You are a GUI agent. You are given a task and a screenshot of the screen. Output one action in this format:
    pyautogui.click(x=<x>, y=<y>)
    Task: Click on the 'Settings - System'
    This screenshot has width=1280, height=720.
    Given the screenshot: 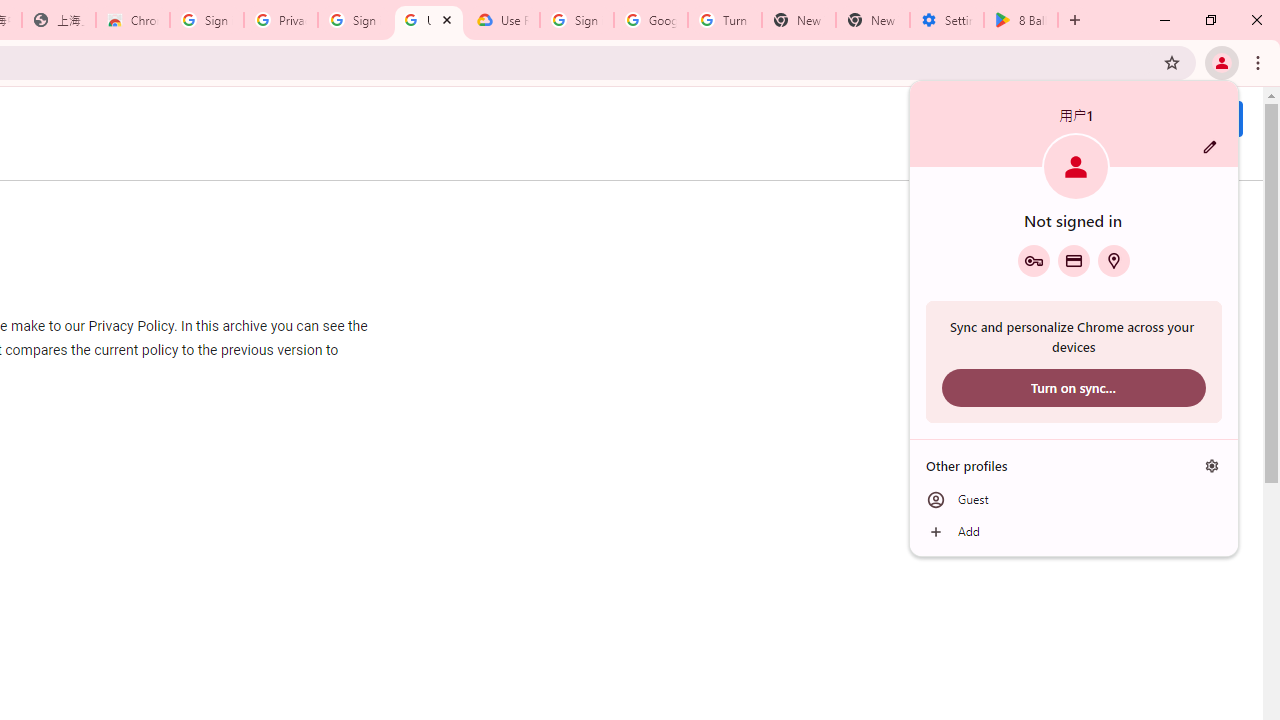 What is the action you would take?
    pyautogui.click(x=946, y=20)
    